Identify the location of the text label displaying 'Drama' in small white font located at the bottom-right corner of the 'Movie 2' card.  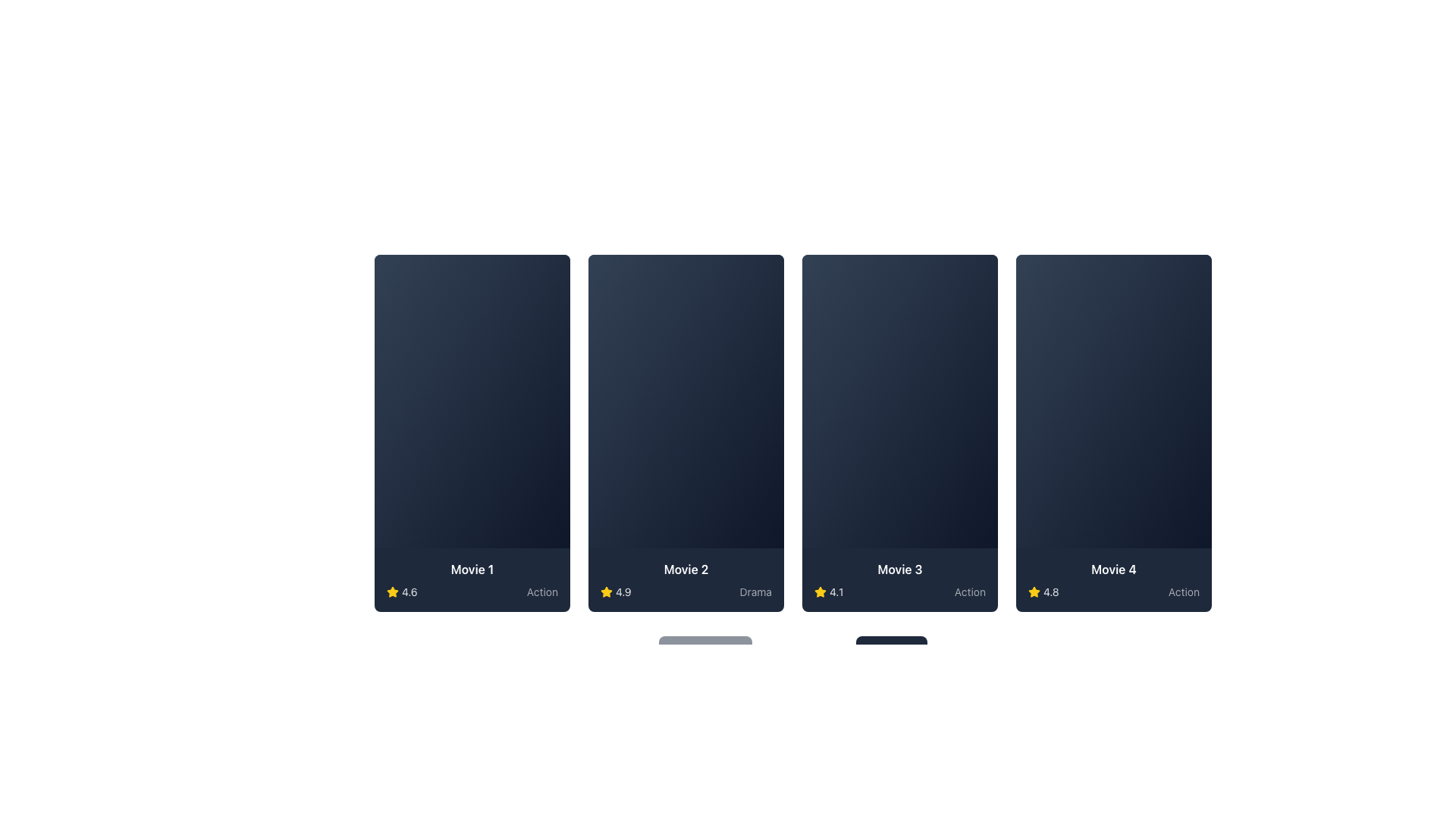
(755, 591).